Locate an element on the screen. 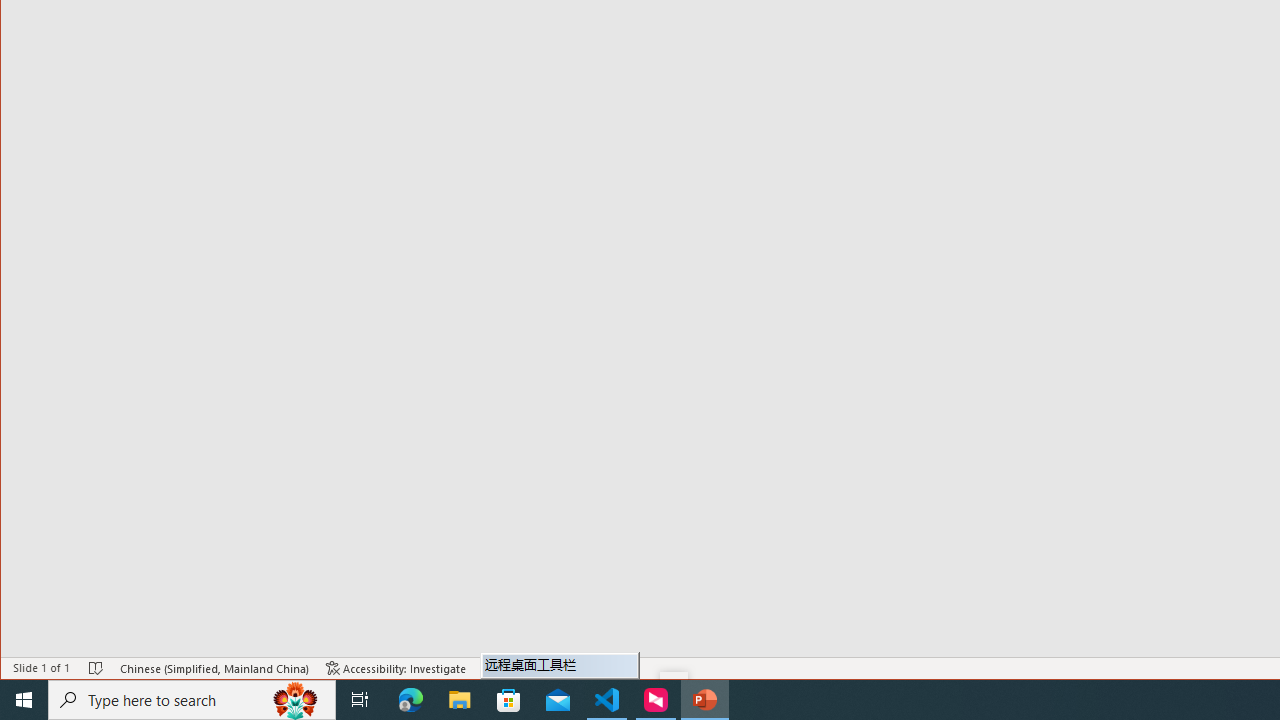 This screenshot has height=720, width=1280. 'Microsoft Edge' is located at coordinates (410, 698).